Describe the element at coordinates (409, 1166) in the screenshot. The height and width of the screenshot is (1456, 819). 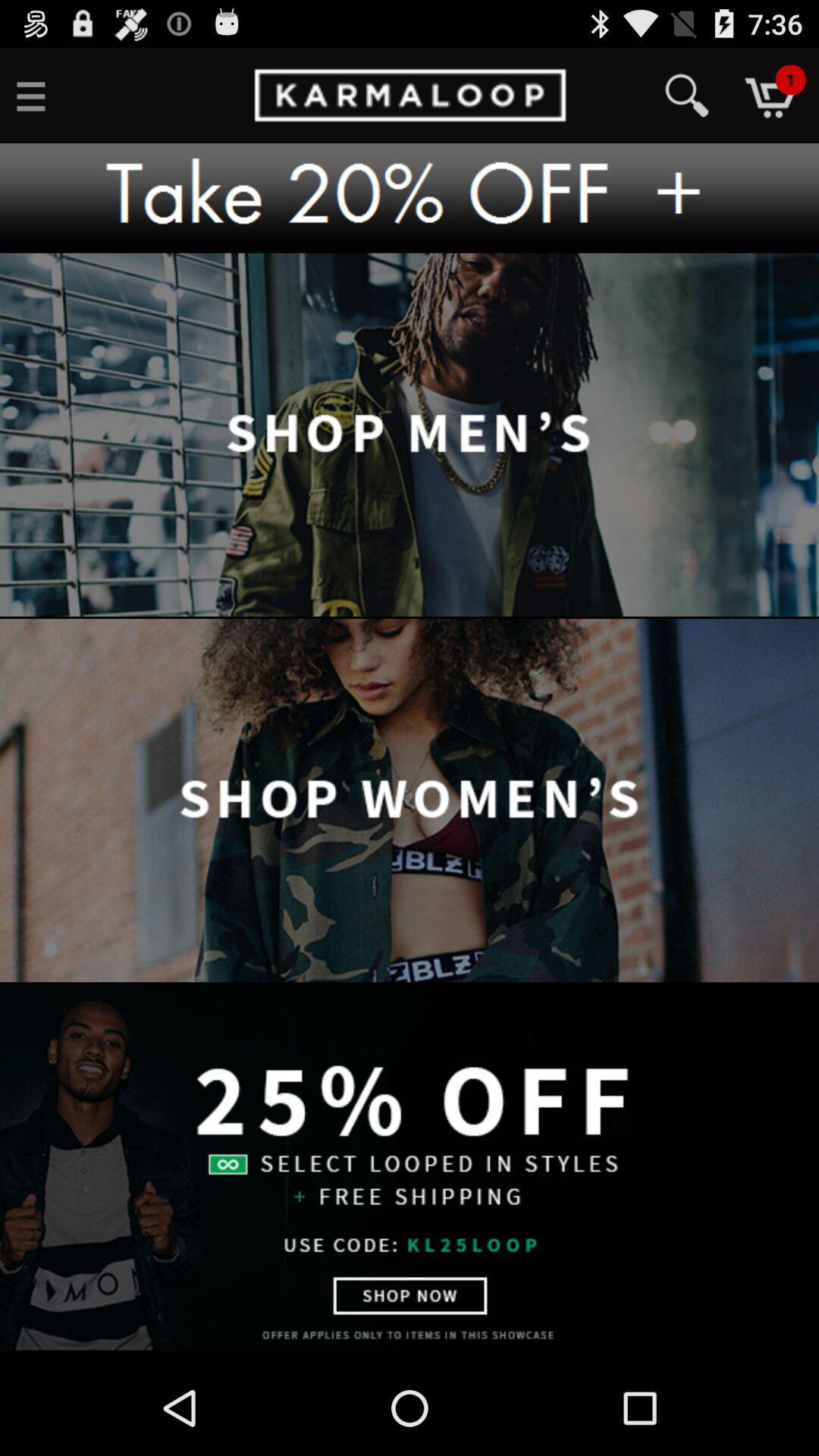
I see `25 off use code kl25loop` at that location.